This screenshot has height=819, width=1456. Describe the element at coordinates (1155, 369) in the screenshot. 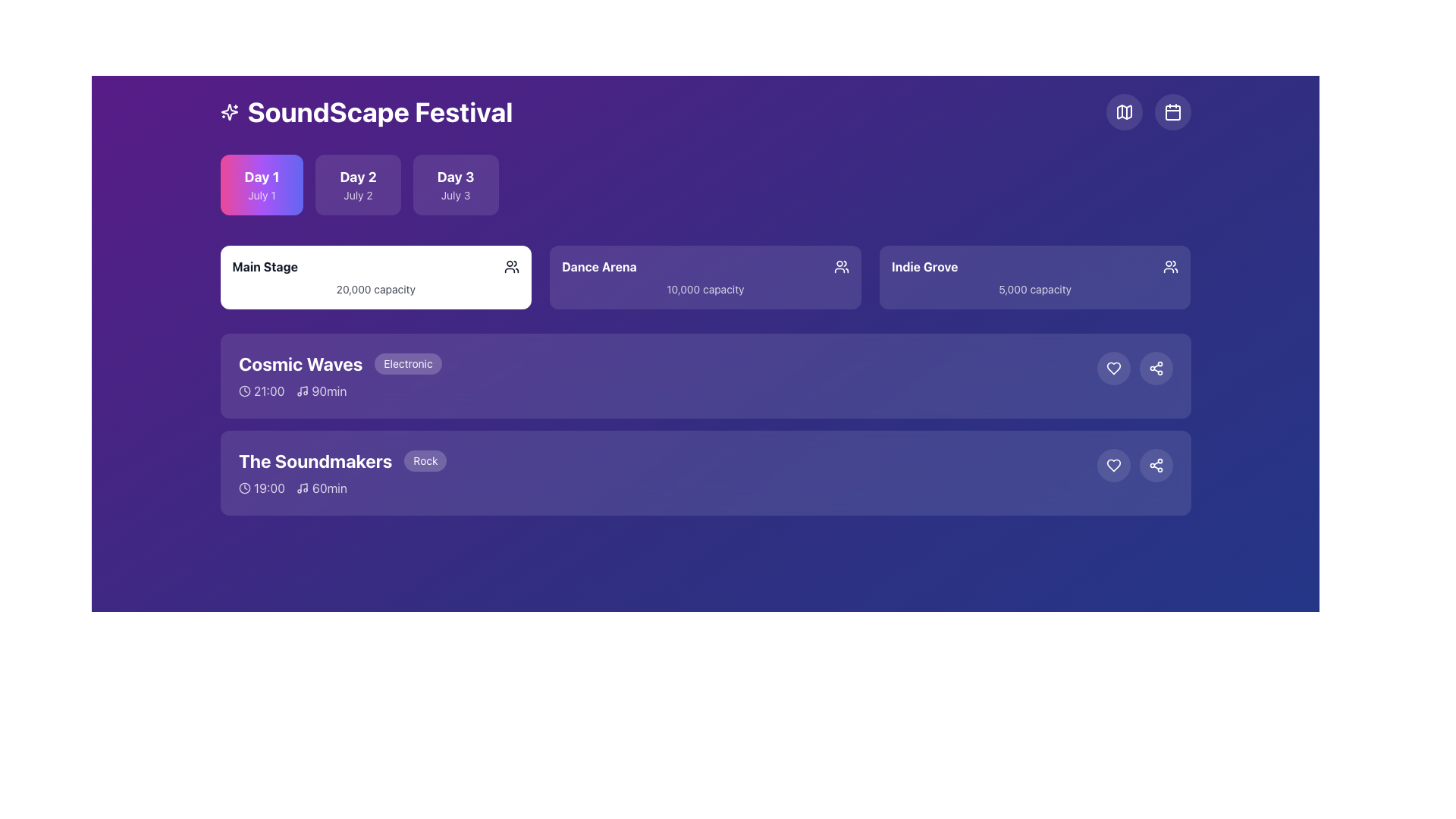

I see `the circular share button with a light transparent white background and a share icon` at that location.